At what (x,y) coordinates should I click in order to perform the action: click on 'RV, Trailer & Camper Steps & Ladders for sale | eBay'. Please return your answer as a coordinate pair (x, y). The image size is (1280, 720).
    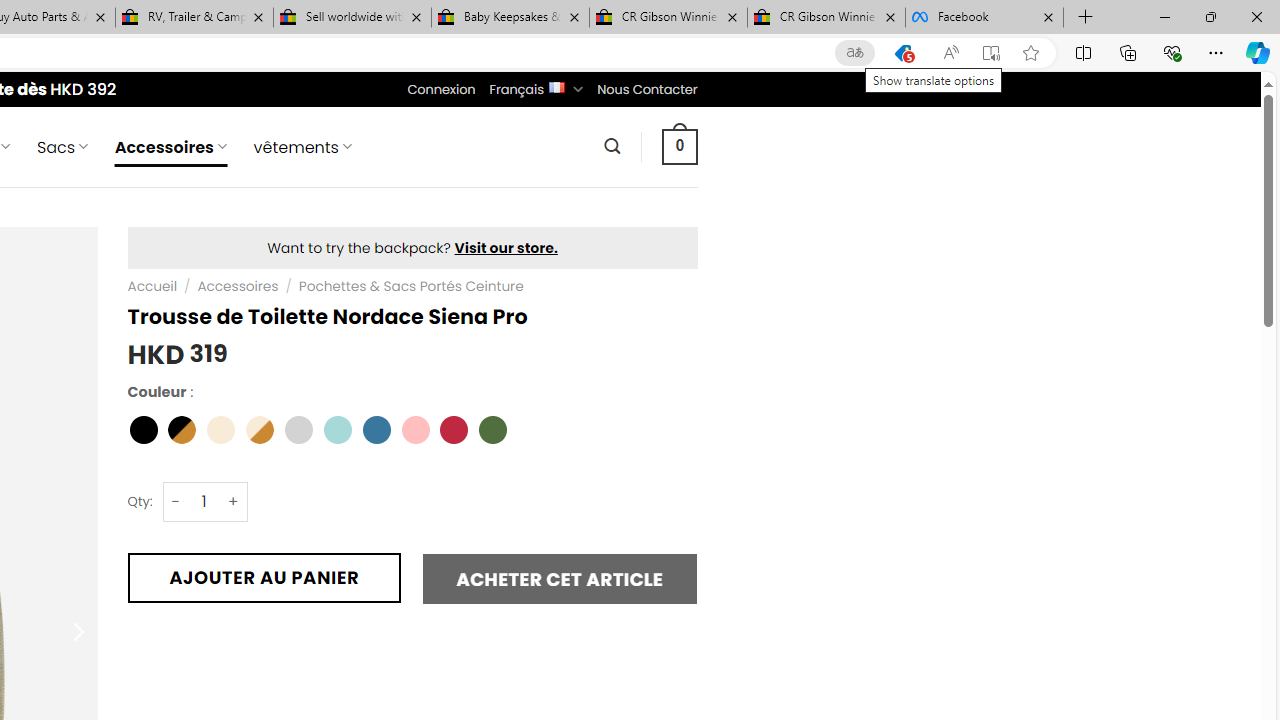
    Looking at the image, I should click on (194, 17).